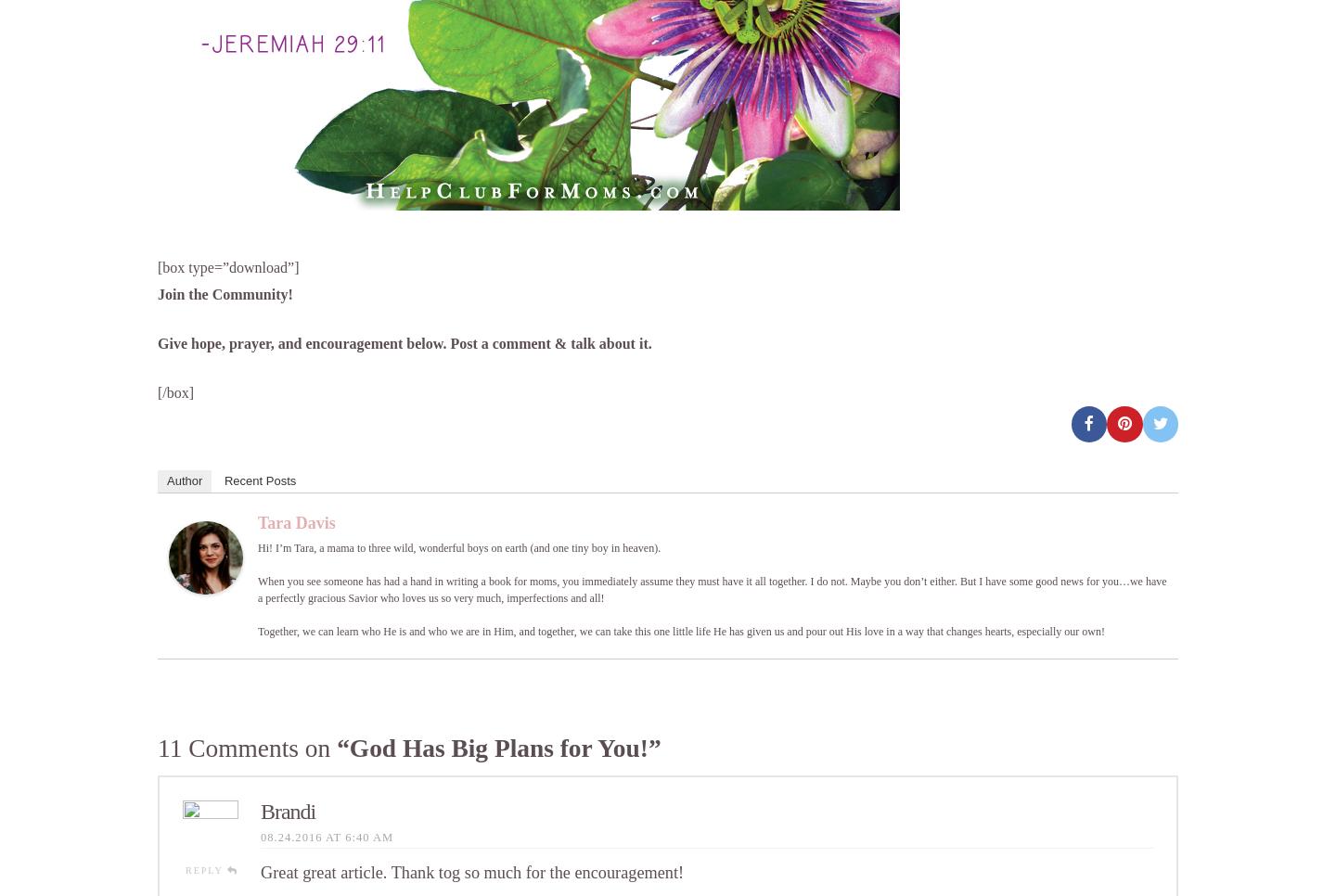 The image size is (1336, 896). I want to click on 'Reply', so click(206, 869).